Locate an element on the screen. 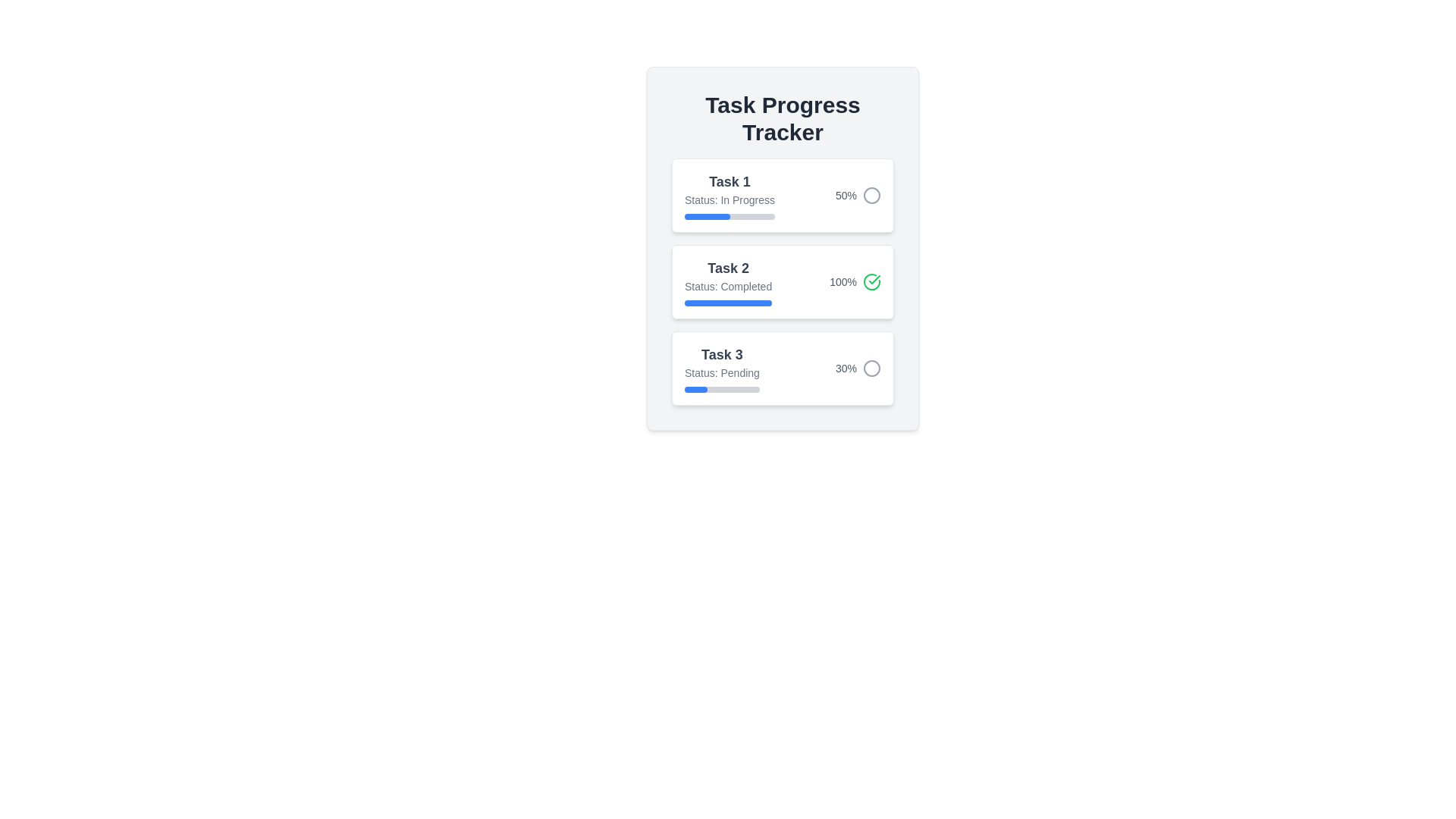 This screenshot has height=819, width=1456. the Text label that indicates the current status of Task 3, which is 'Pending', positioned below the 'Task 3' title and above the progress bar is located at coordinates (721, 373).